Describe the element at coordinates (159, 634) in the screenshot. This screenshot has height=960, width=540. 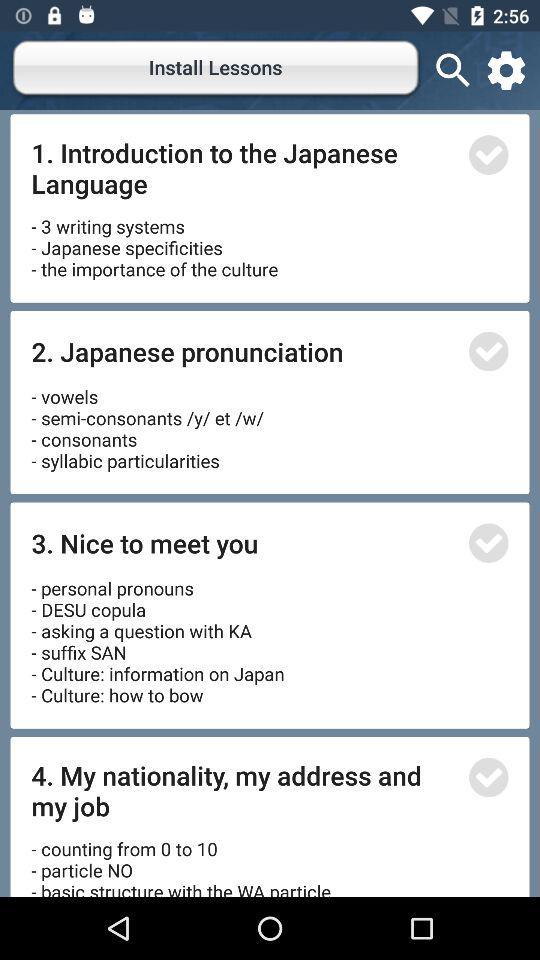
I see `the icon below 3 nice to icon` at that location.